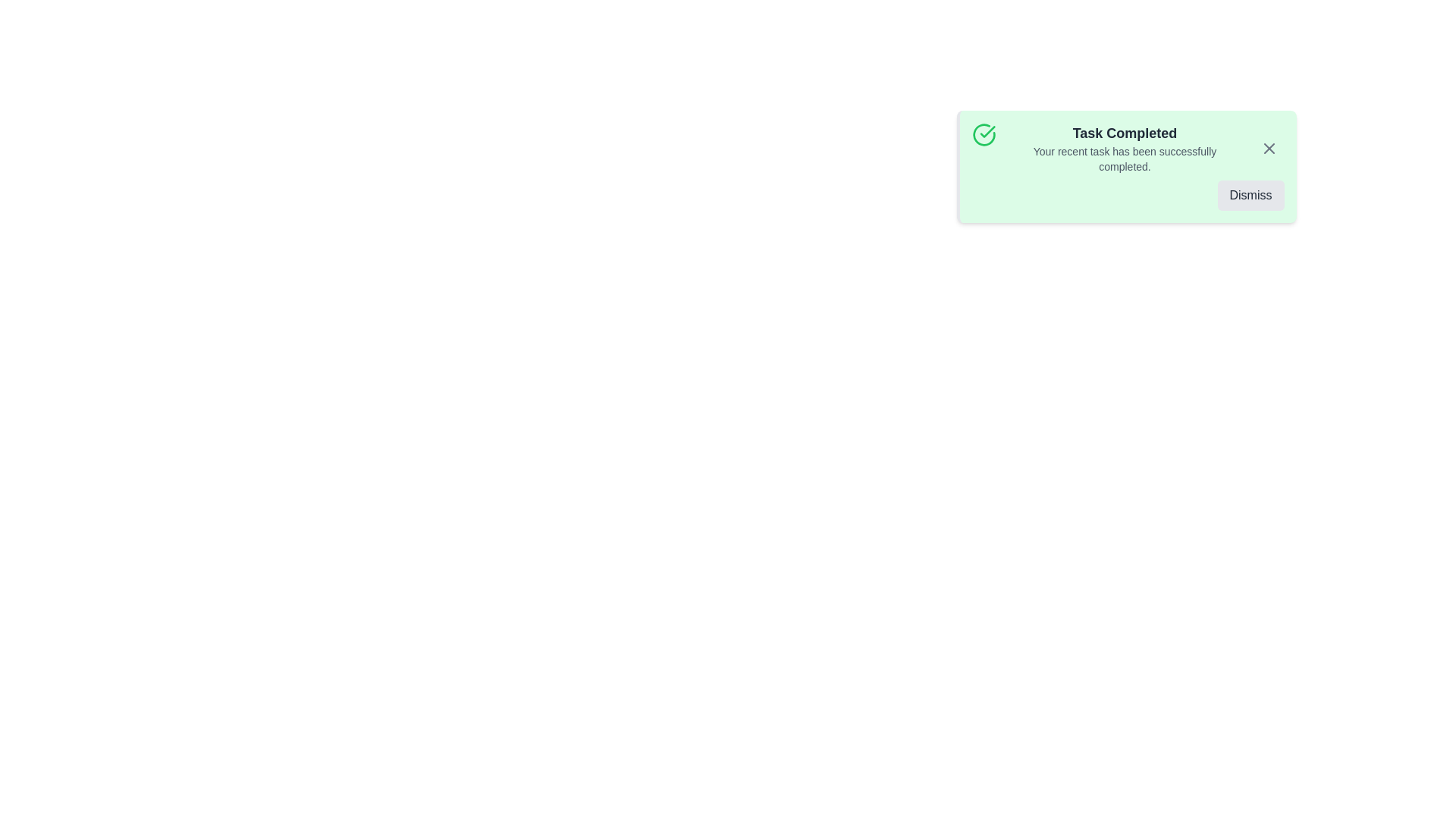  I want to click on the task completion icon located to the left of the 'Task Completed' text in the green notification banner, so click(984, 133).